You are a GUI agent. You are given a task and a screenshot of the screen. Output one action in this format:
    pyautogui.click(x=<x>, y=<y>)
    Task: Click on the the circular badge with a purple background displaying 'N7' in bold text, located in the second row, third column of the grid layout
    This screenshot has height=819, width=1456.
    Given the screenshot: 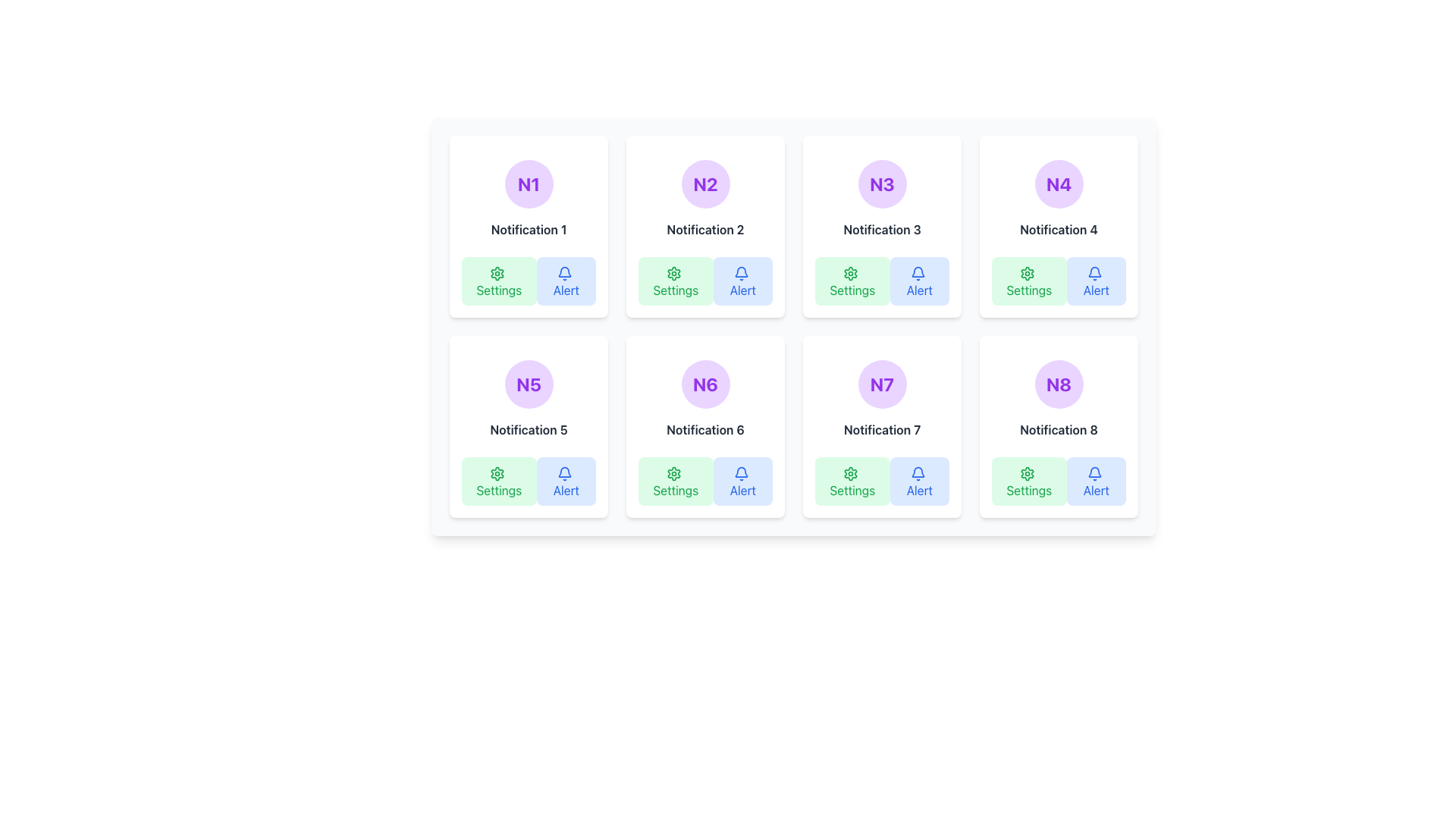 What is the action you would take?
    pyautogui.click(x=882, y=383)
    